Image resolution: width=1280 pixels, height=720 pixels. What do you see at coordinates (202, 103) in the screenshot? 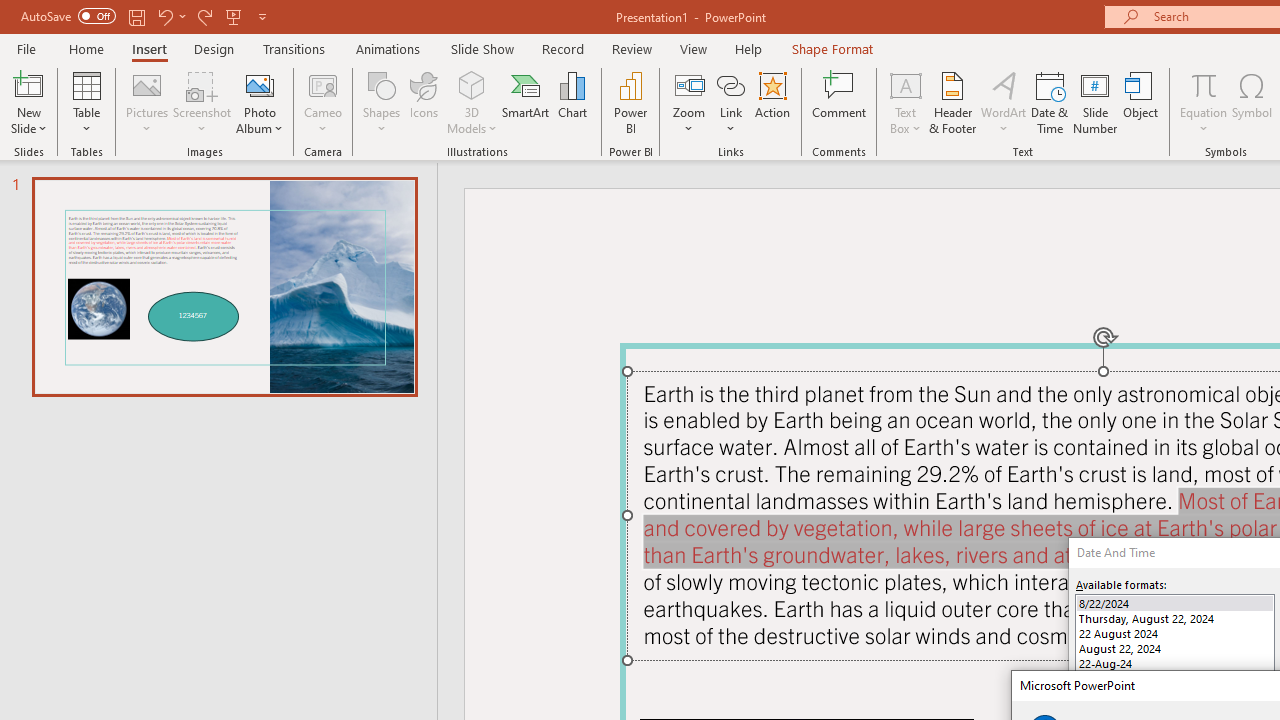
I see `'Screenshot'` at bounding box center [202, 103].